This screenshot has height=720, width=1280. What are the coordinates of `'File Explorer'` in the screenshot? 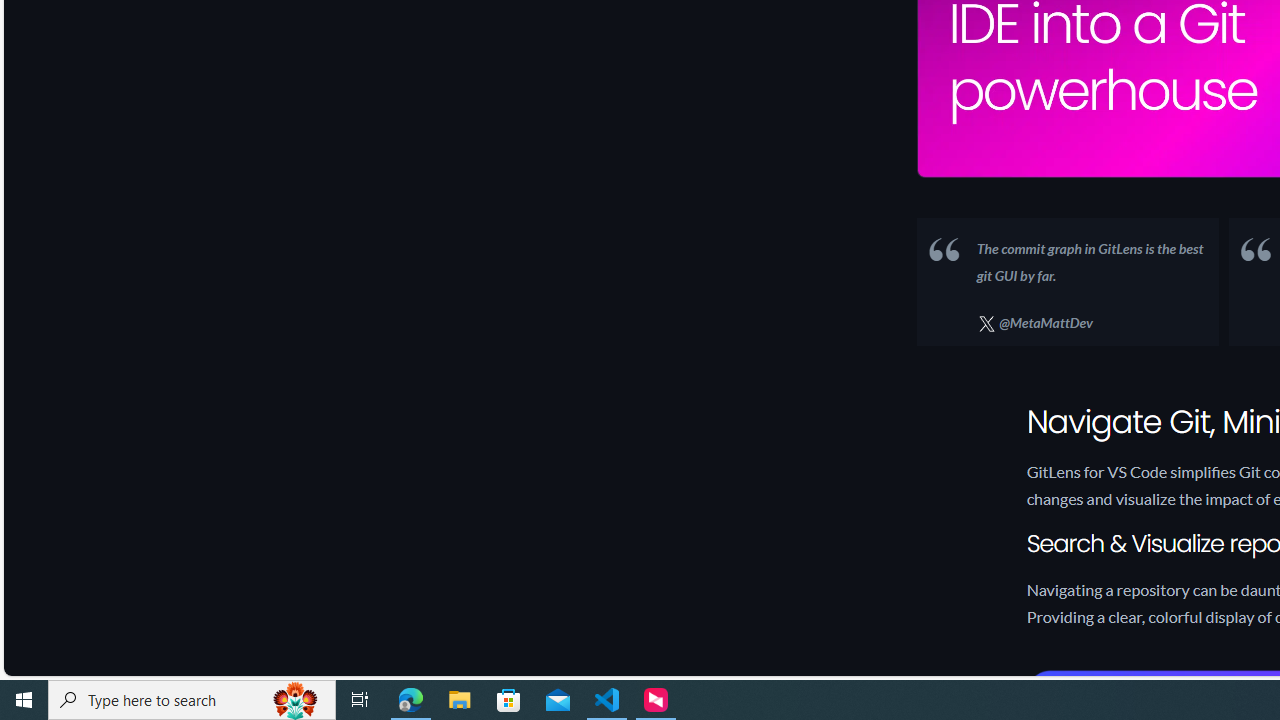 It's located at (459, 698).